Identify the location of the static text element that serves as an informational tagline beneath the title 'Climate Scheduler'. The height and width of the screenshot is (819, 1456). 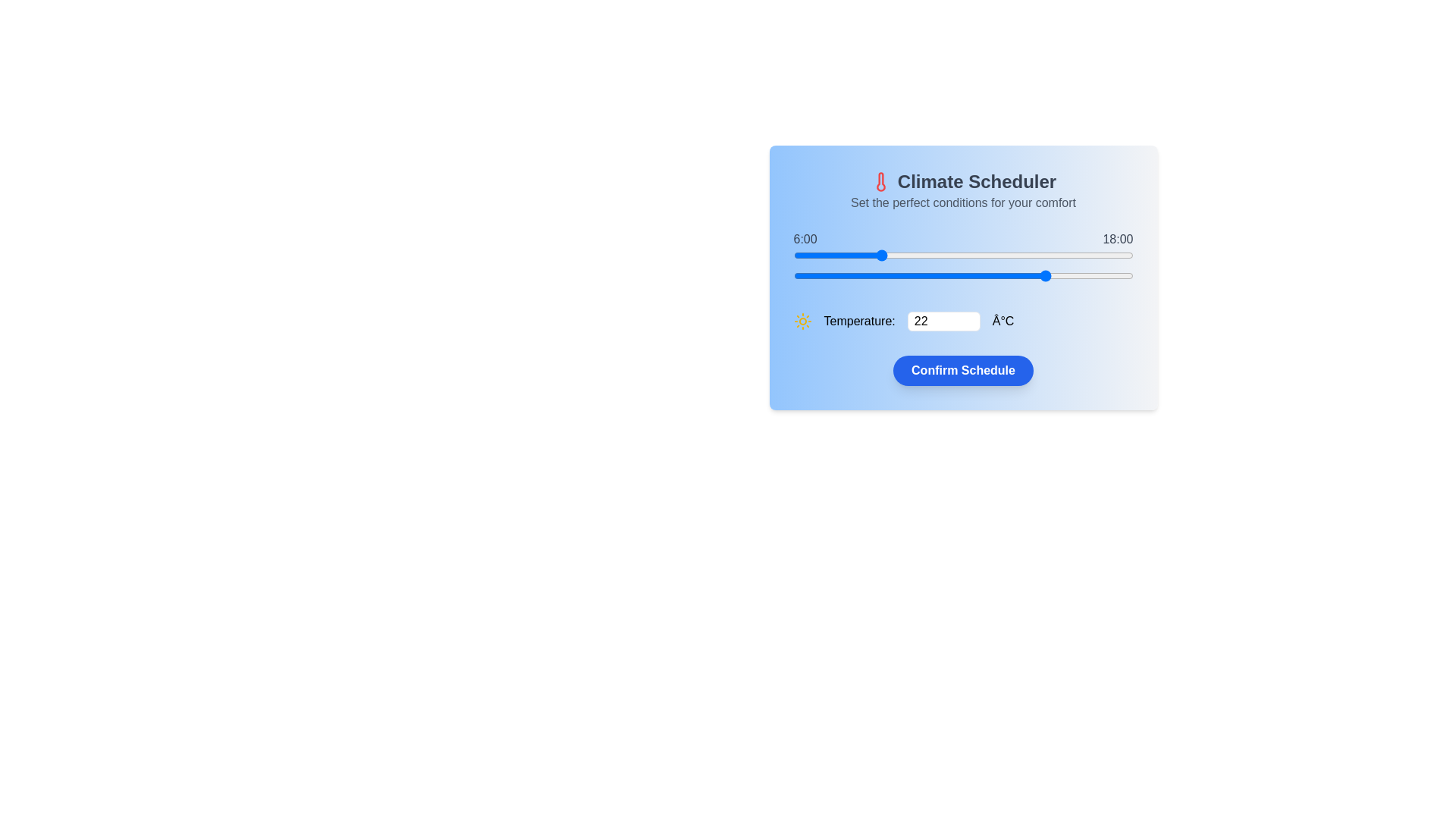
(962, 202).